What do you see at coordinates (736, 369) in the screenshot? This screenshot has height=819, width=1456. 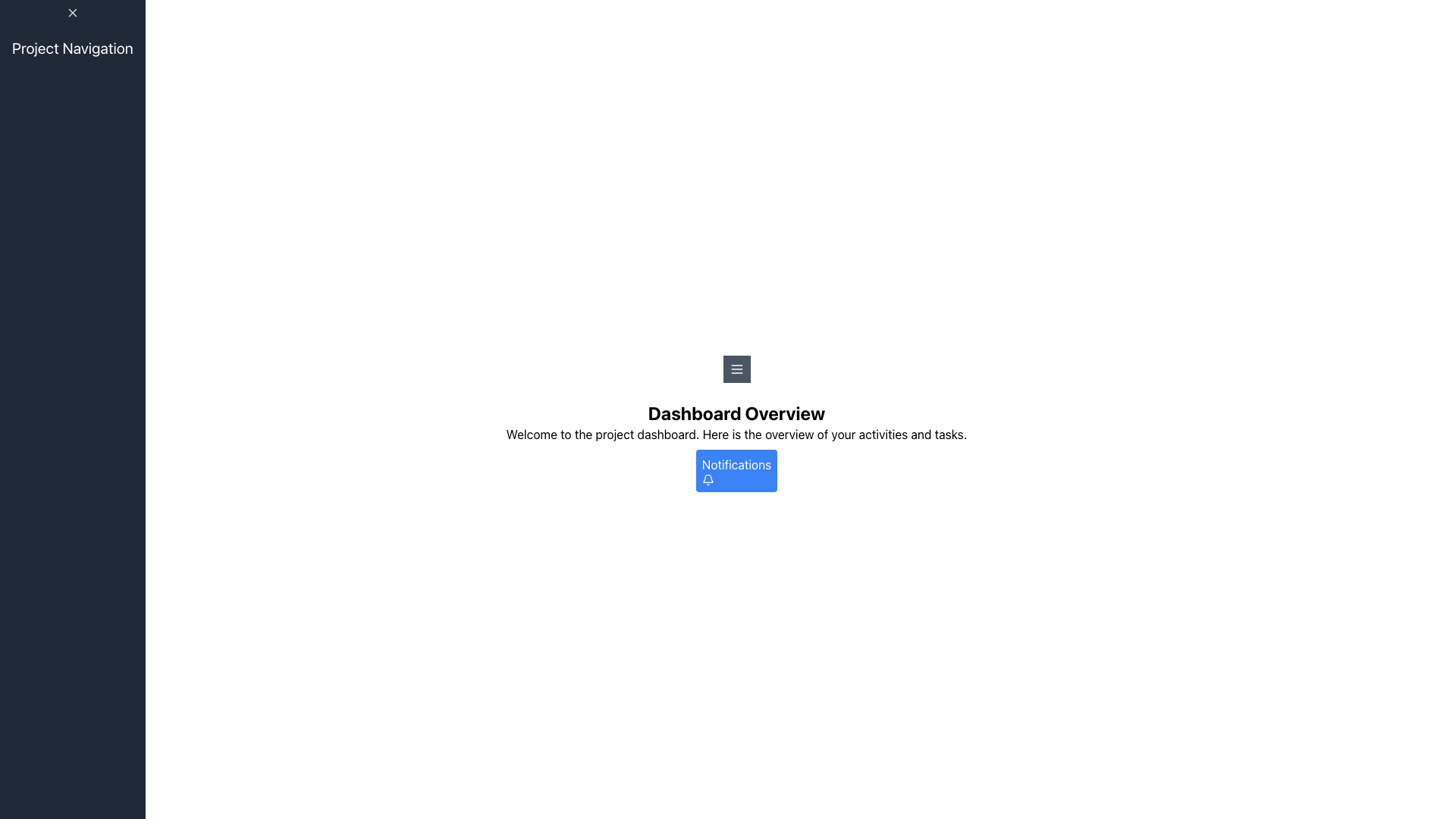 I see `the gray menu icon with three horizontal white lines` at bounding box center [736, 369].